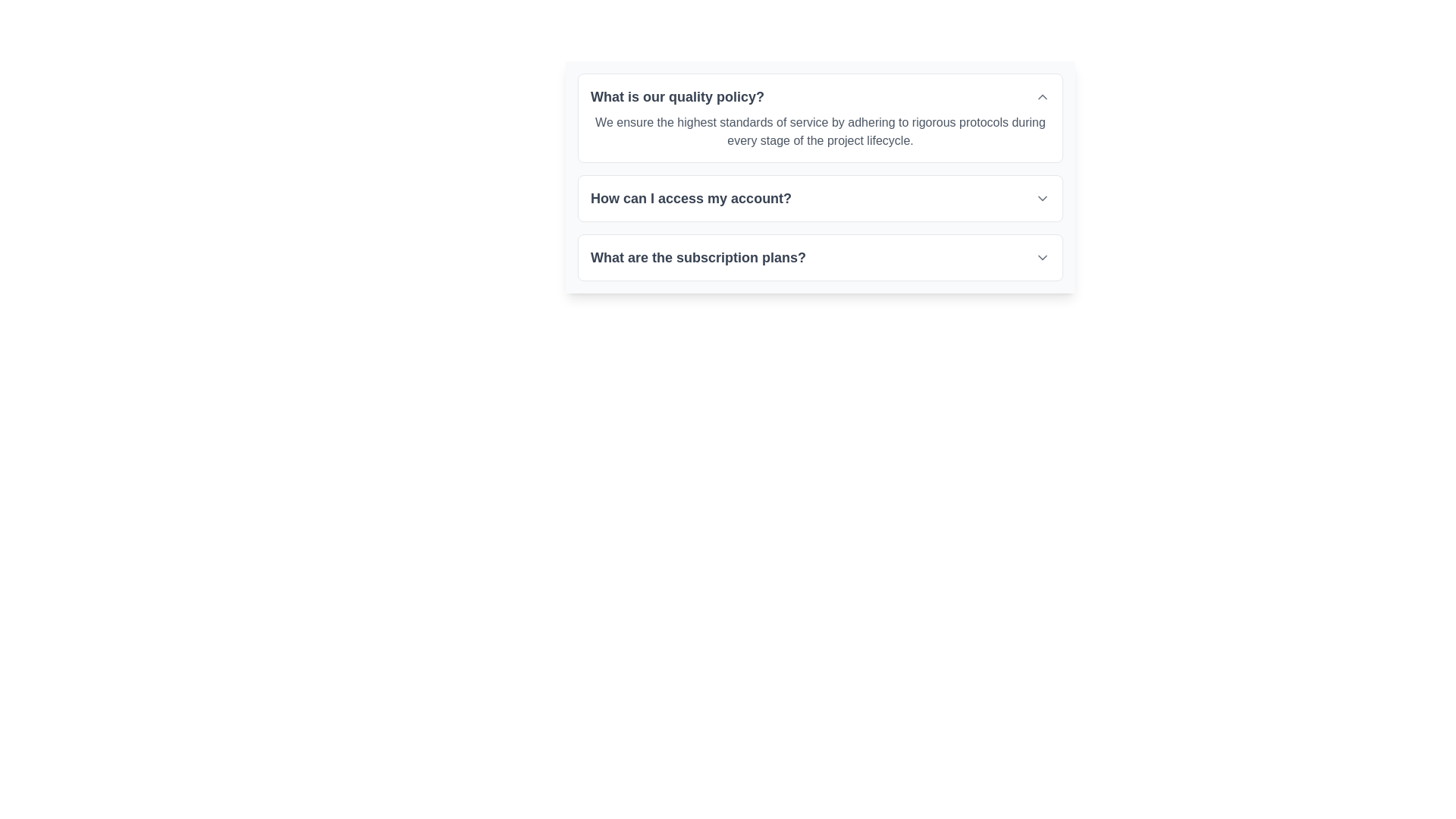 The width and height of the screenshot is (1456, 819). Describe the element at coordinates (1041, 96) in the screenshot. I see `the Chevron Up icon, which is a small gray upward-pointing chevron located on the far right of the question 'What is our quality policy?' in a vertically stacked list of dropdown menus` at that location.